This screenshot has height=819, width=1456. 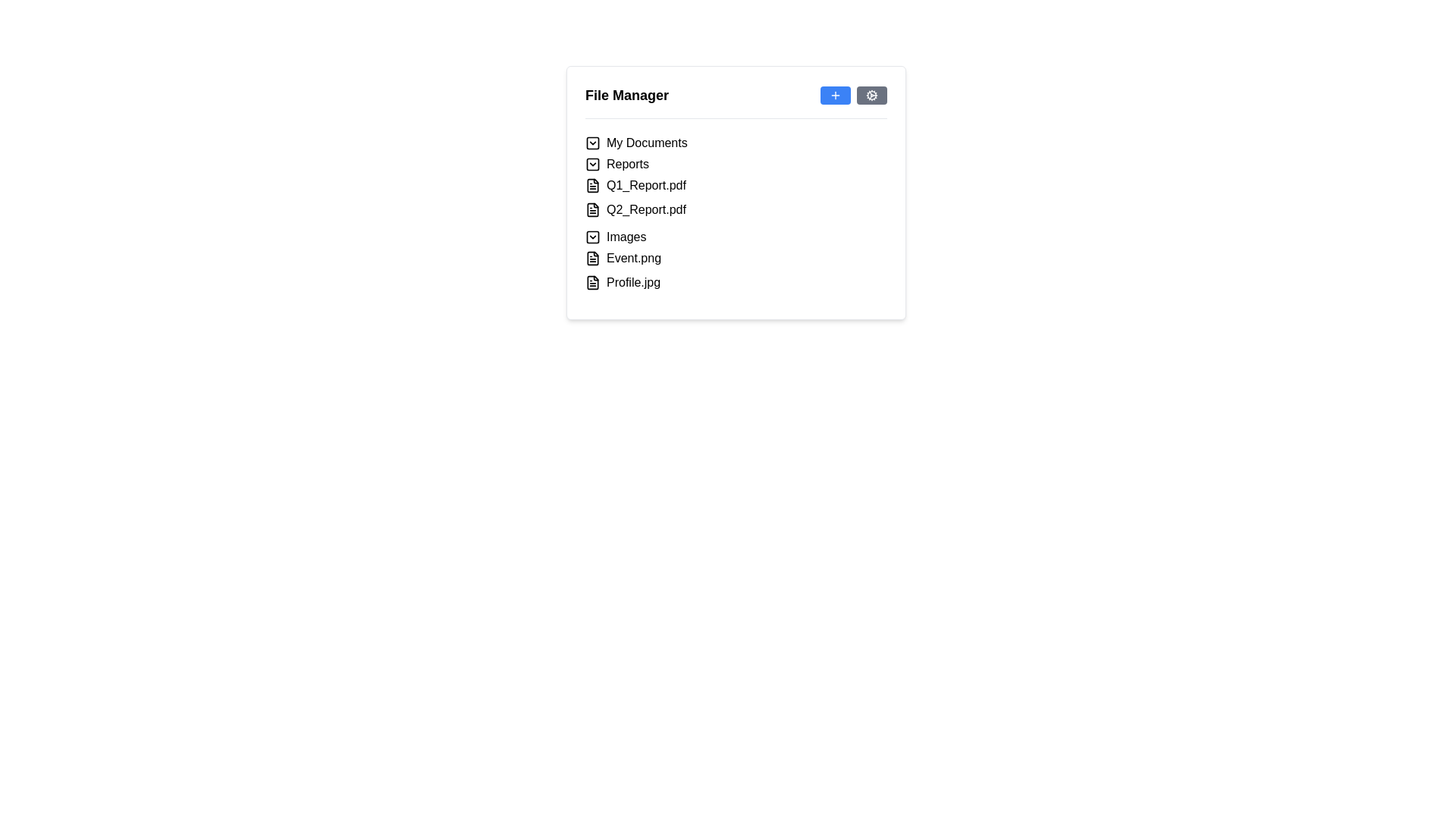 What do you see at coordinates (592, 185) in the screenshot?
I see `the file document icon representing 'Q1_Report.pdf'` at bounding box center [592, 185].